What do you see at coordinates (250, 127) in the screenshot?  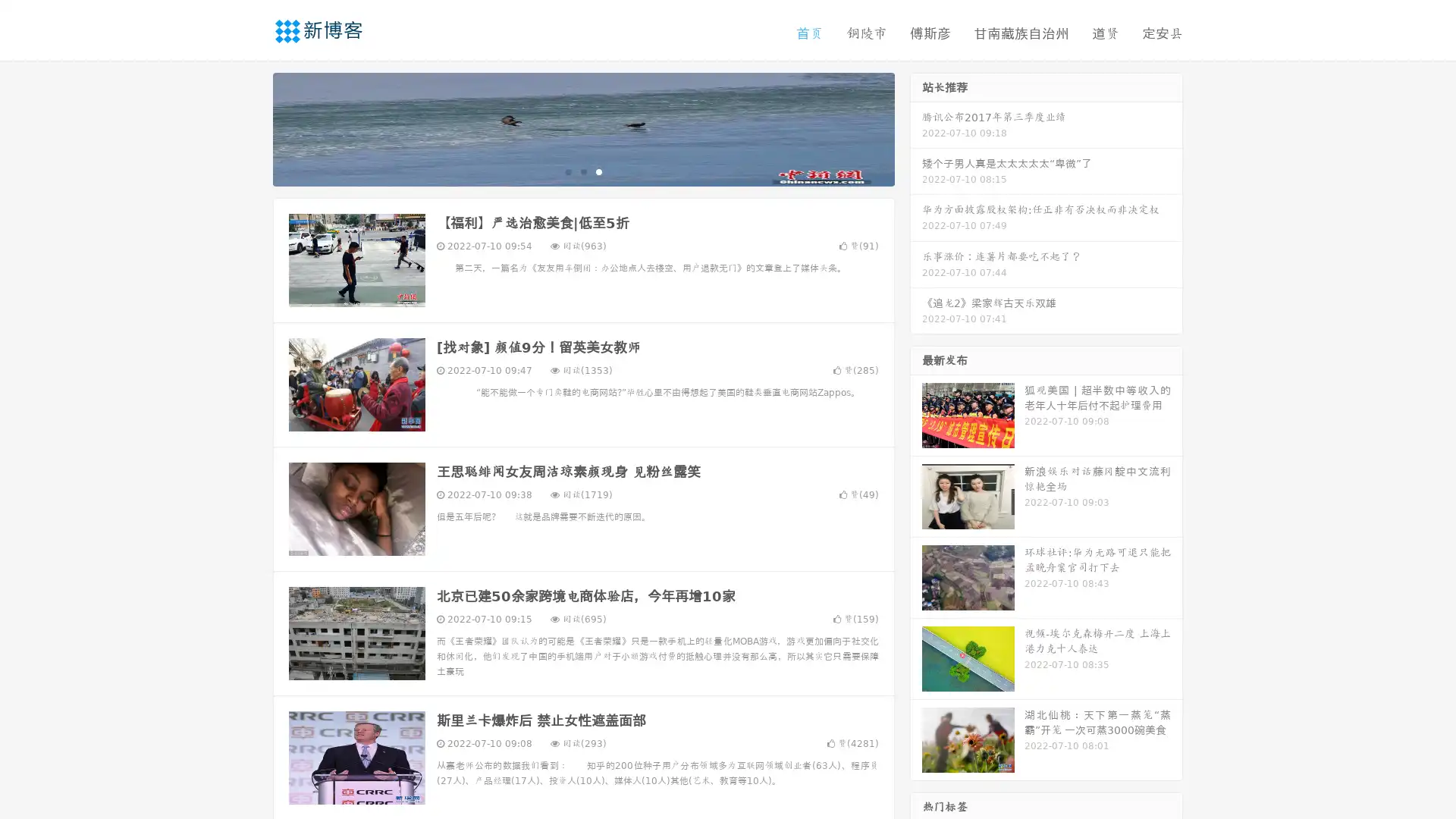 I see `Previous slide` at bounding box center [250, 127].